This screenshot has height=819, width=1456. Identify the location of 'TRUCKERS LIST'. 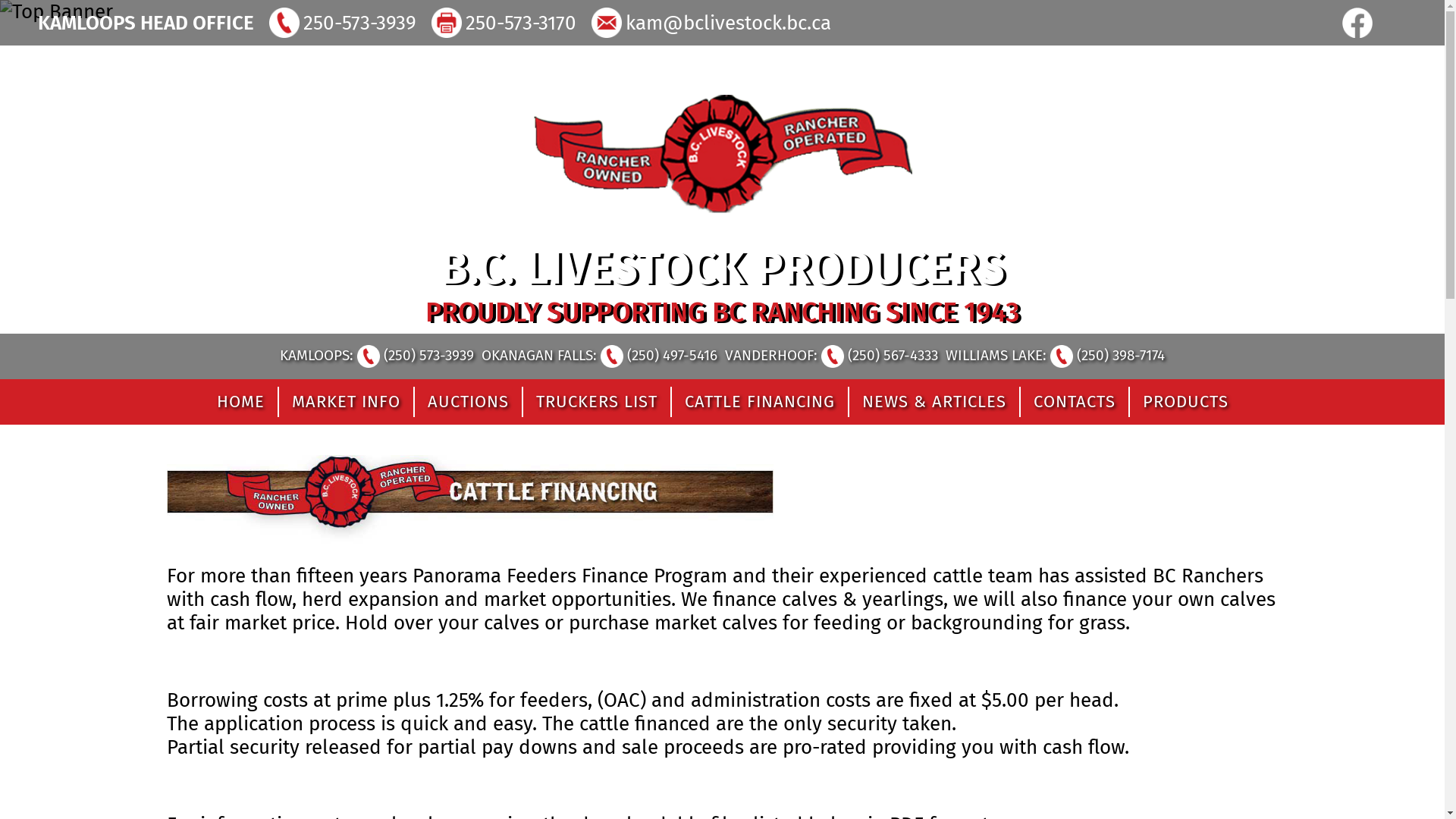
(595, 400).